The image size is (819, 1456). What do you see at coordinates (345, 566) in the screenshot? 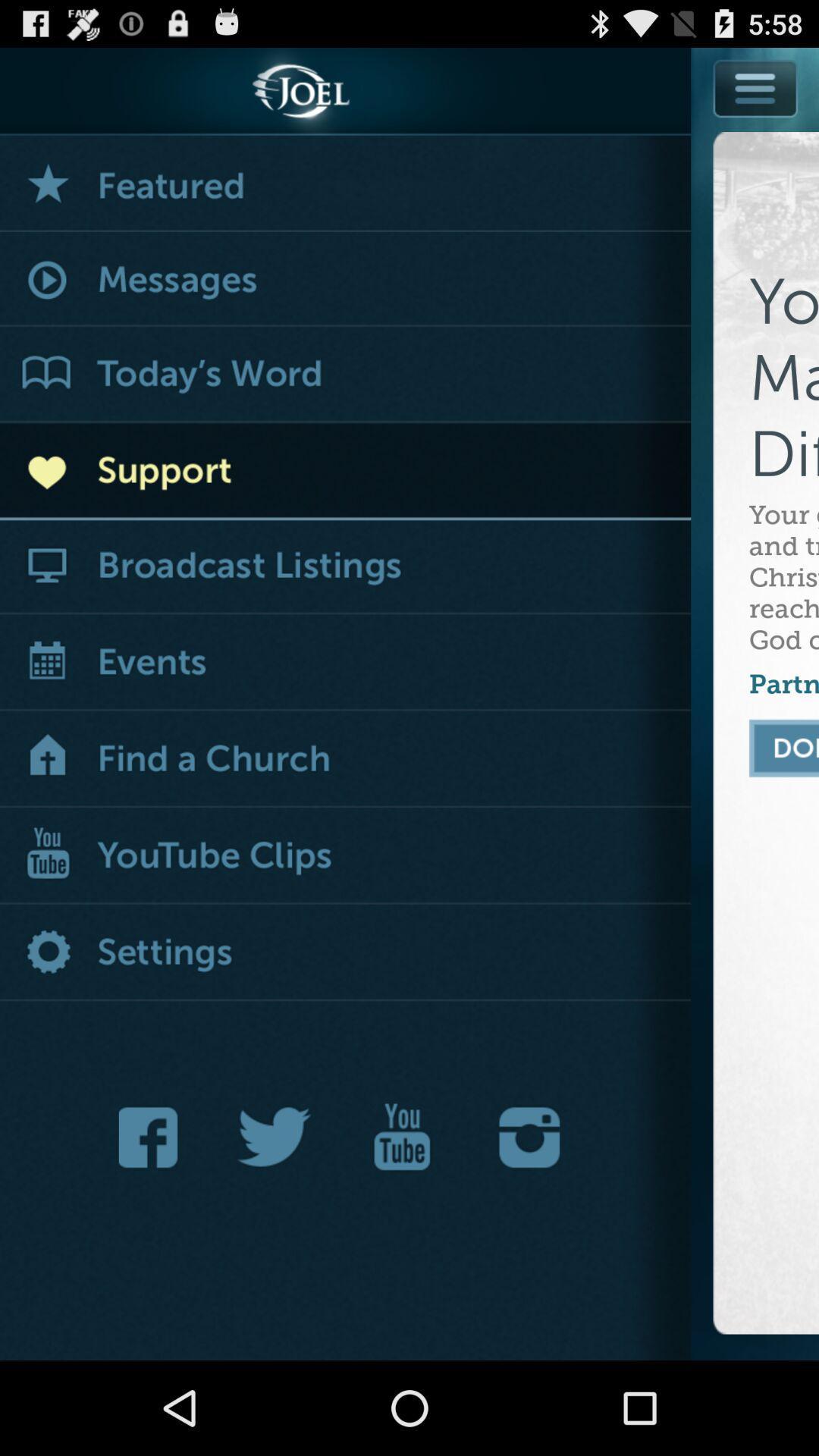
I see `broadcast the listings` at bounding box center [345, 566].